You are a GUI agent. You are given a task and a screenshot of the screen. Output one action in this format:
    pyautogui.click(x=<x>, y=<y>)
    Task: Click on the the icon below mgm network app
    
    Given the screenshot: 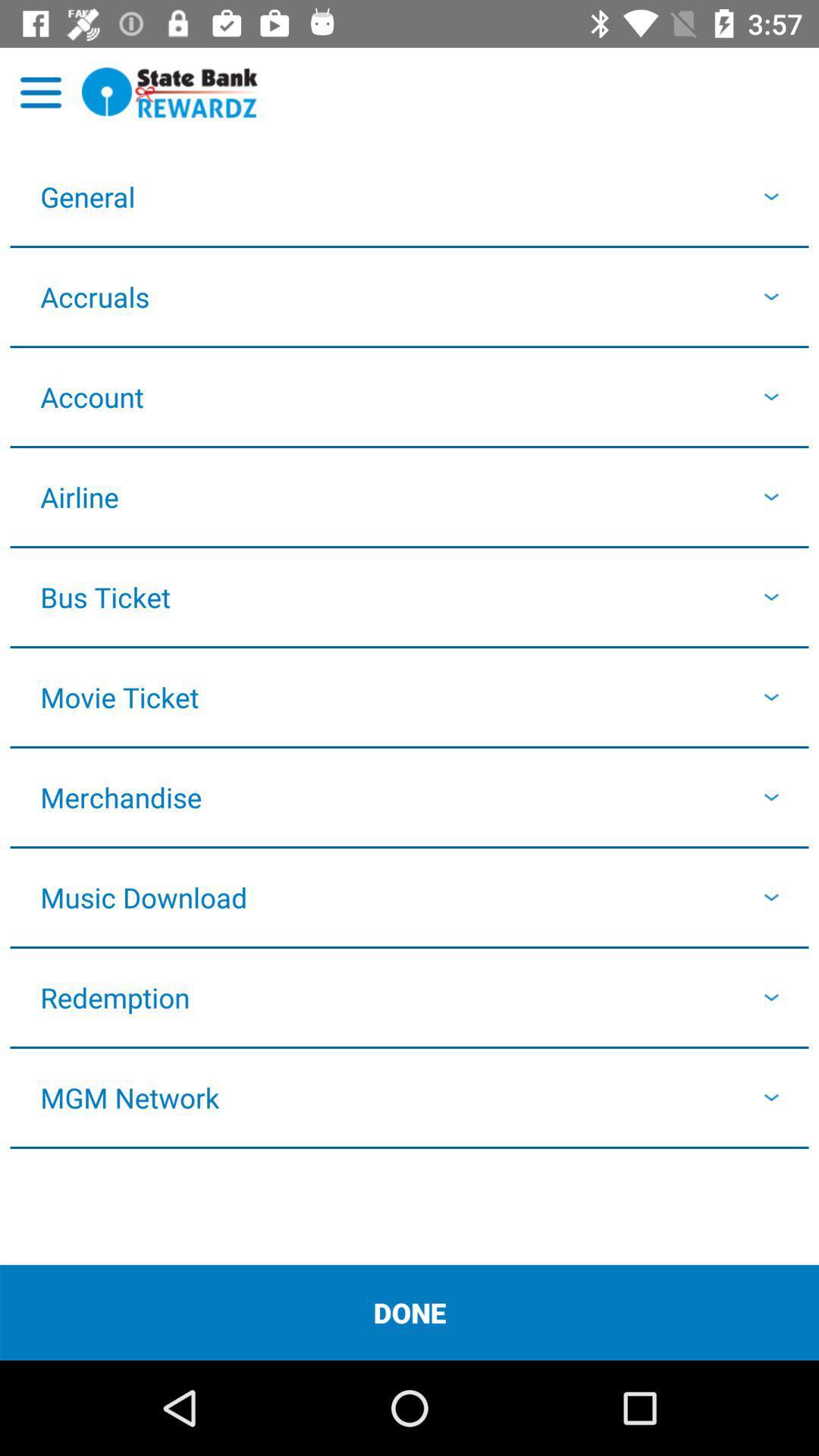 What is the action you would take?
    pyautogui.click(x=409, y=1312)
    